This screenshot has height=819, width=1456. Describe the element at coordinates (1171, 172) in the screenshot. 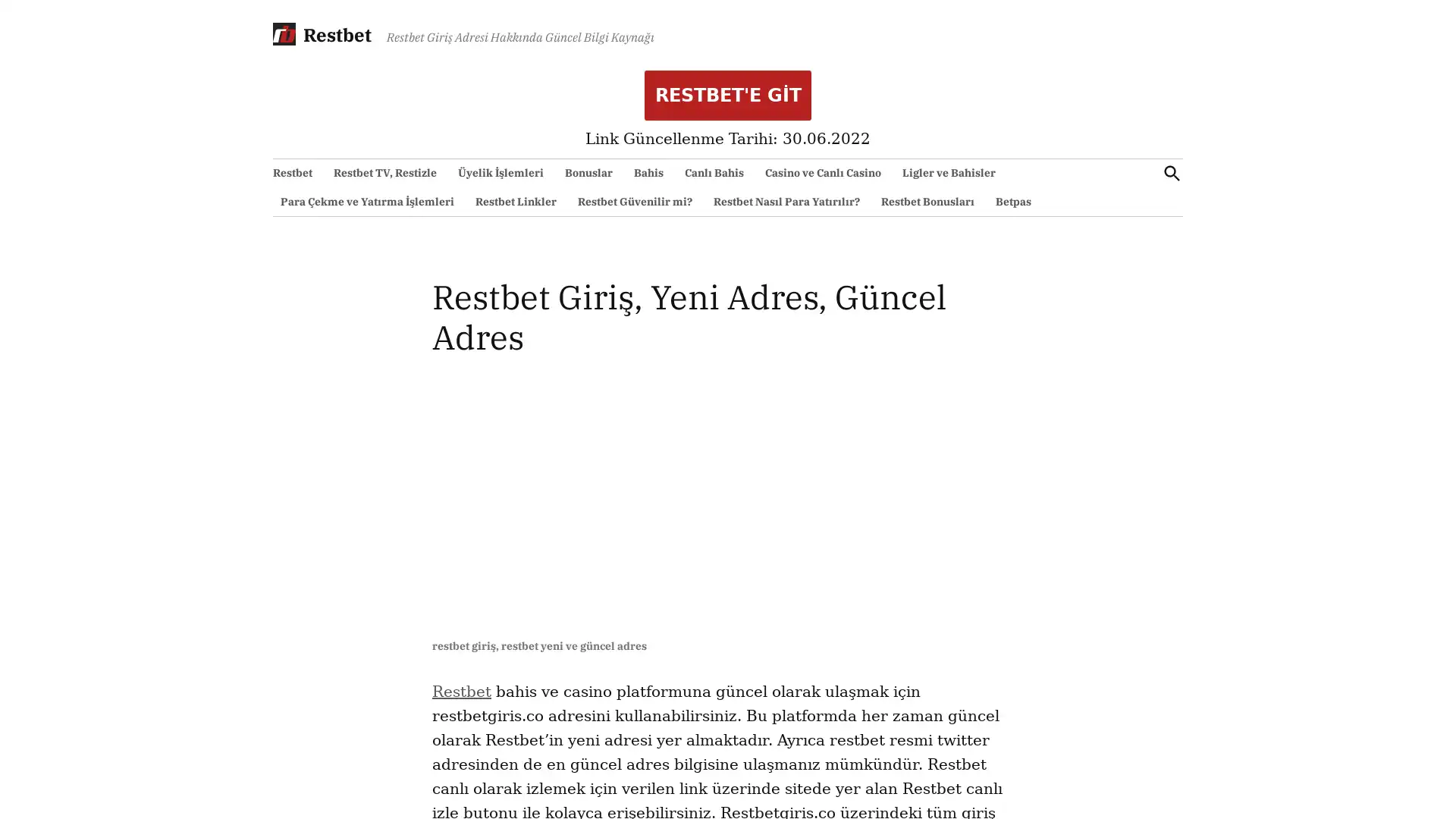

I see `Open Search` at that location.